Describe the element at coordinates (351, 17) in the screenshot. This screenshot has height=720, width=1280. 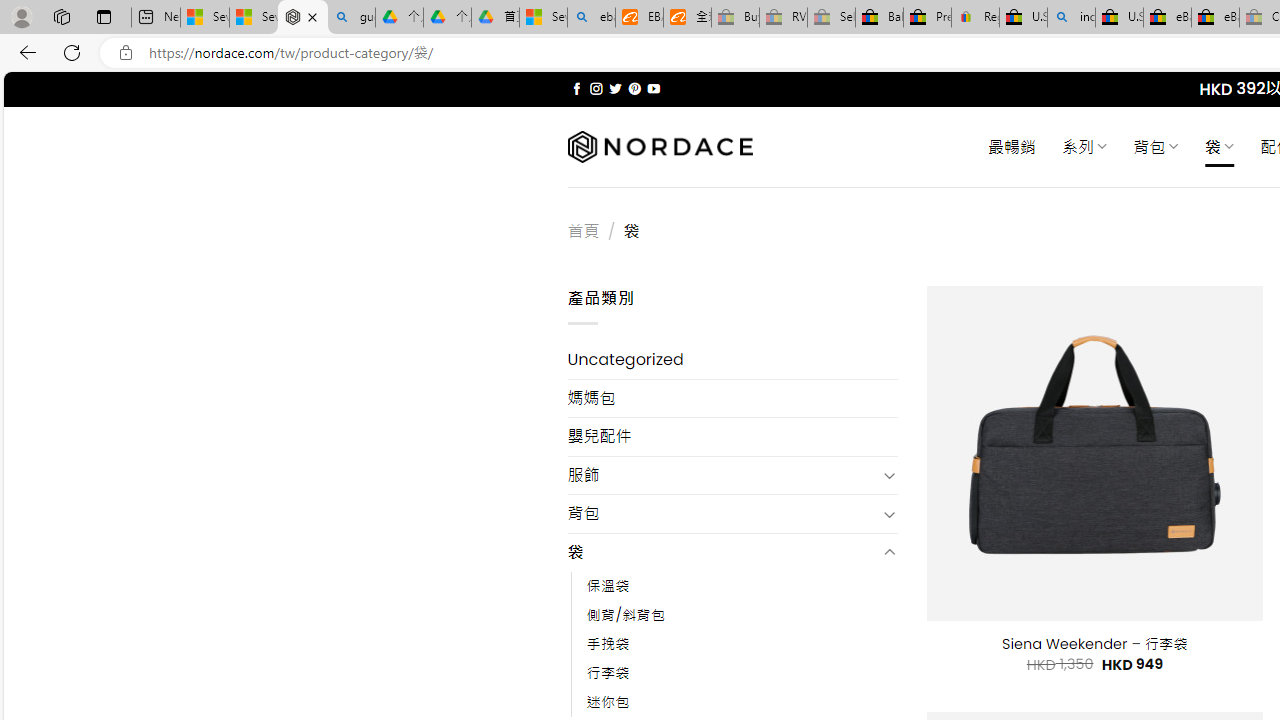
I see `'guge yunpan - Search'` at that location.